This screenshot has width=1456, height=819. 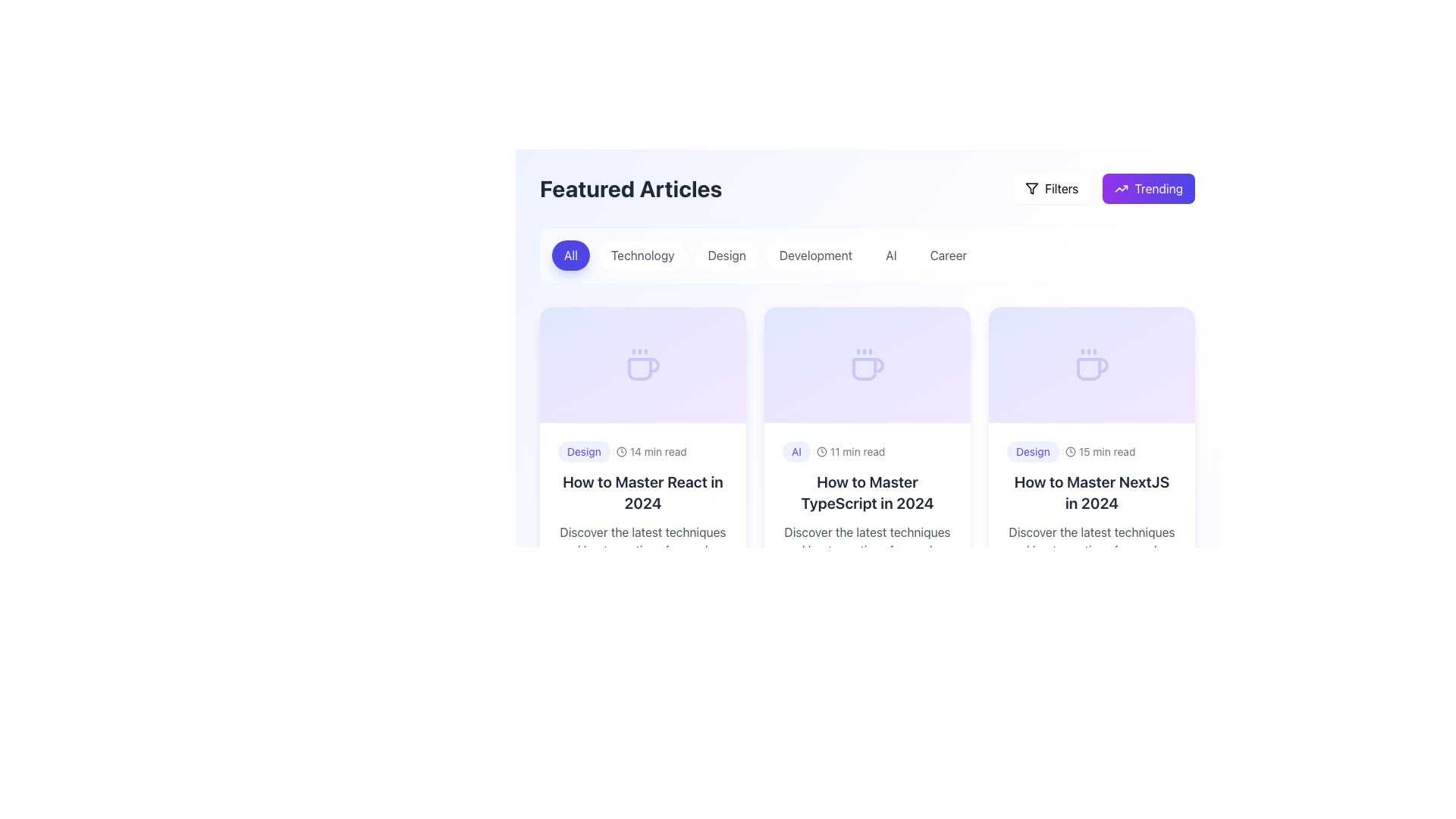 I want to click on the coffee cup icon in the Featured Articles section, located at the center of the first card, so click(x=644, y=369).